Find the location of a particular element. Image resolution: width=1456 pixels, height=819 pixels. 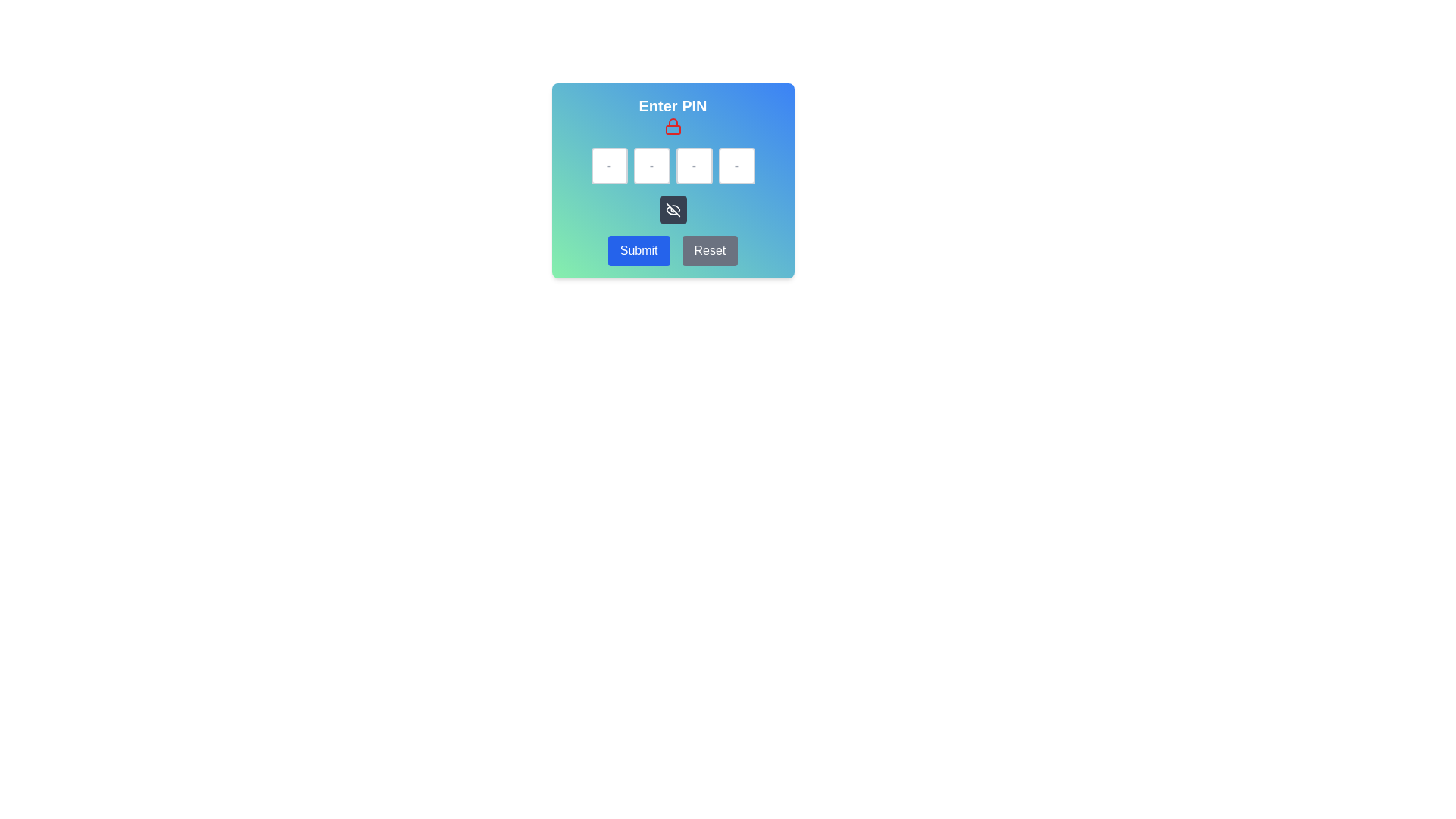

the 'Enter PIN' text label, which is styled in bold white font and located at the top center of the dialog box is located at coordinates (672, 105).